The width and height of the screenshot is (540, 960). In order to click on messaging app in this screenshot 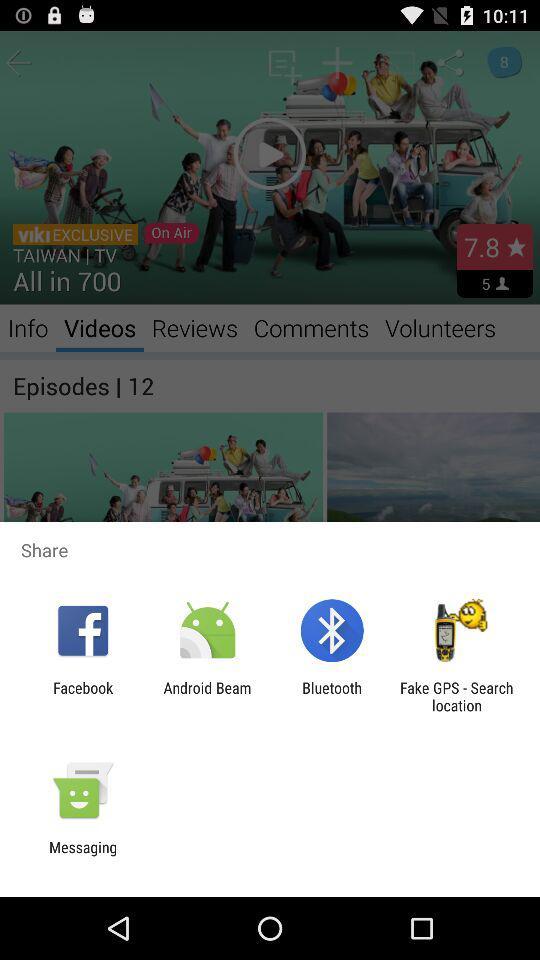, I will do `click(82, 855)`.